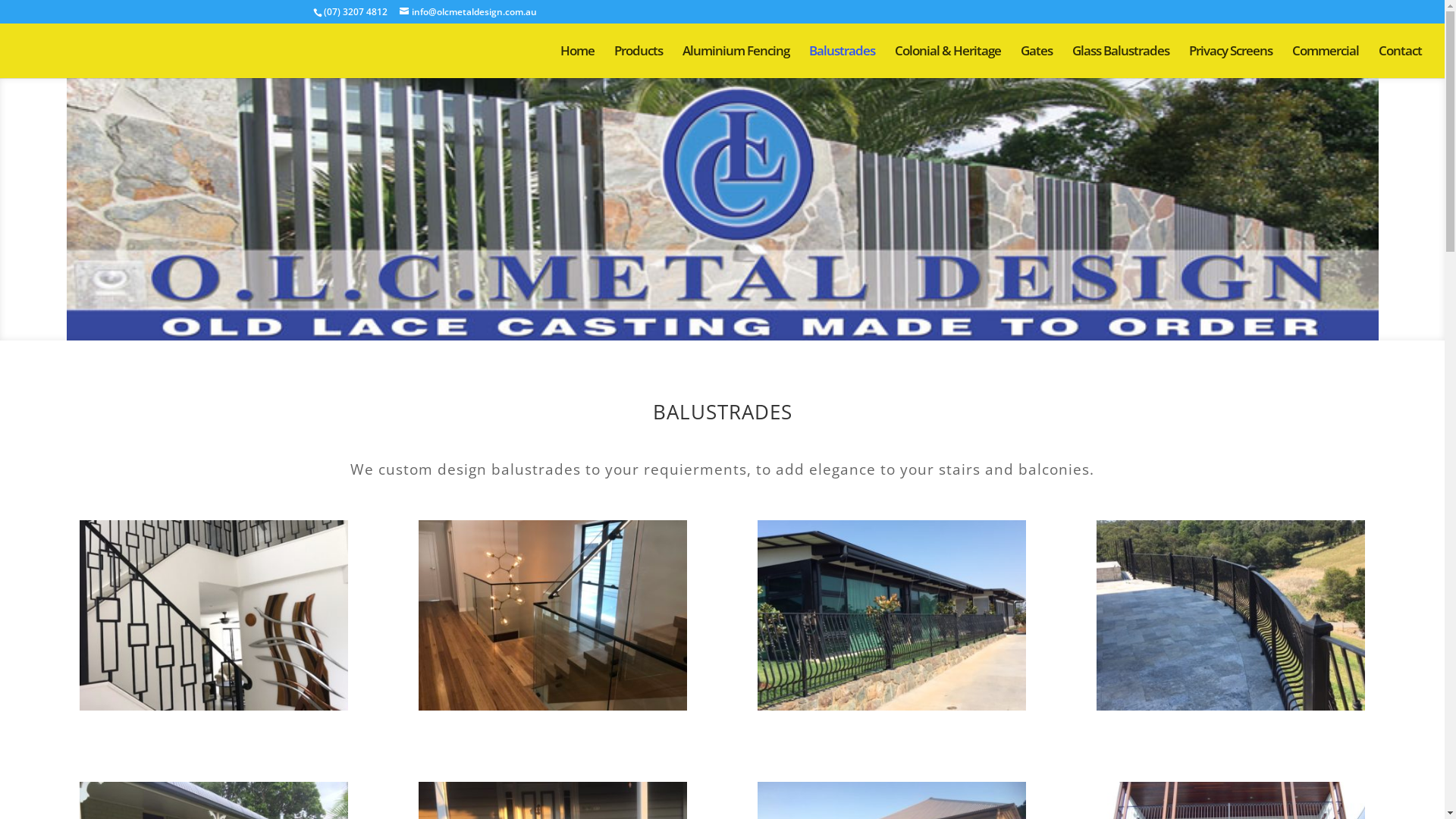 The height and width of the screenshot is (819, 1456). What do you see at coordinates (1020, 61) in the screenshot?
I see `'Gates'` at bounding box center [1020, 61].